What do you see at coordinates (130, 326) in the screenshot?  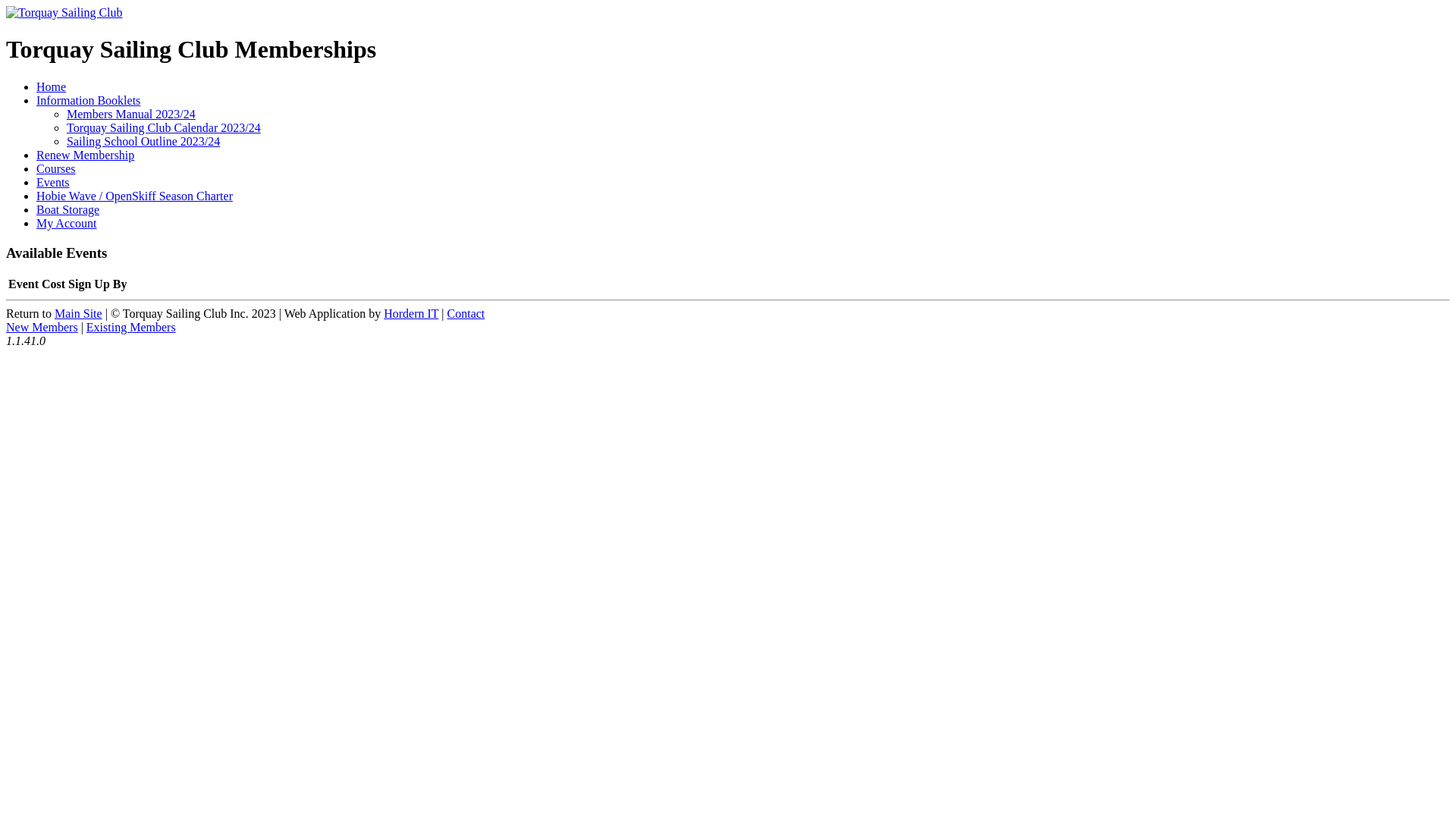 I see `'Existing Members'` at bounding box center [130, 326].